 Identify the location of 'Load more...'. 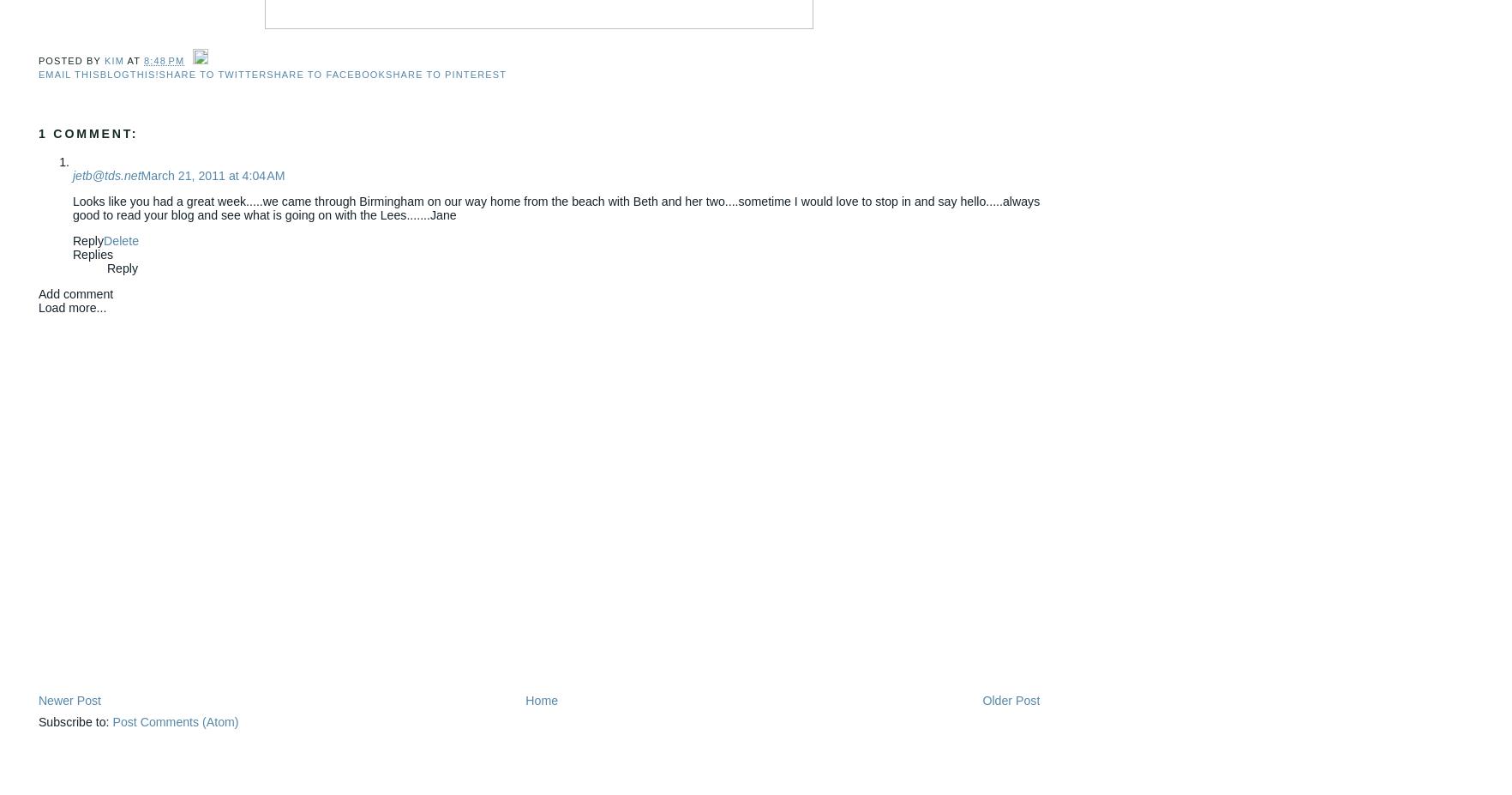
(71, 307).